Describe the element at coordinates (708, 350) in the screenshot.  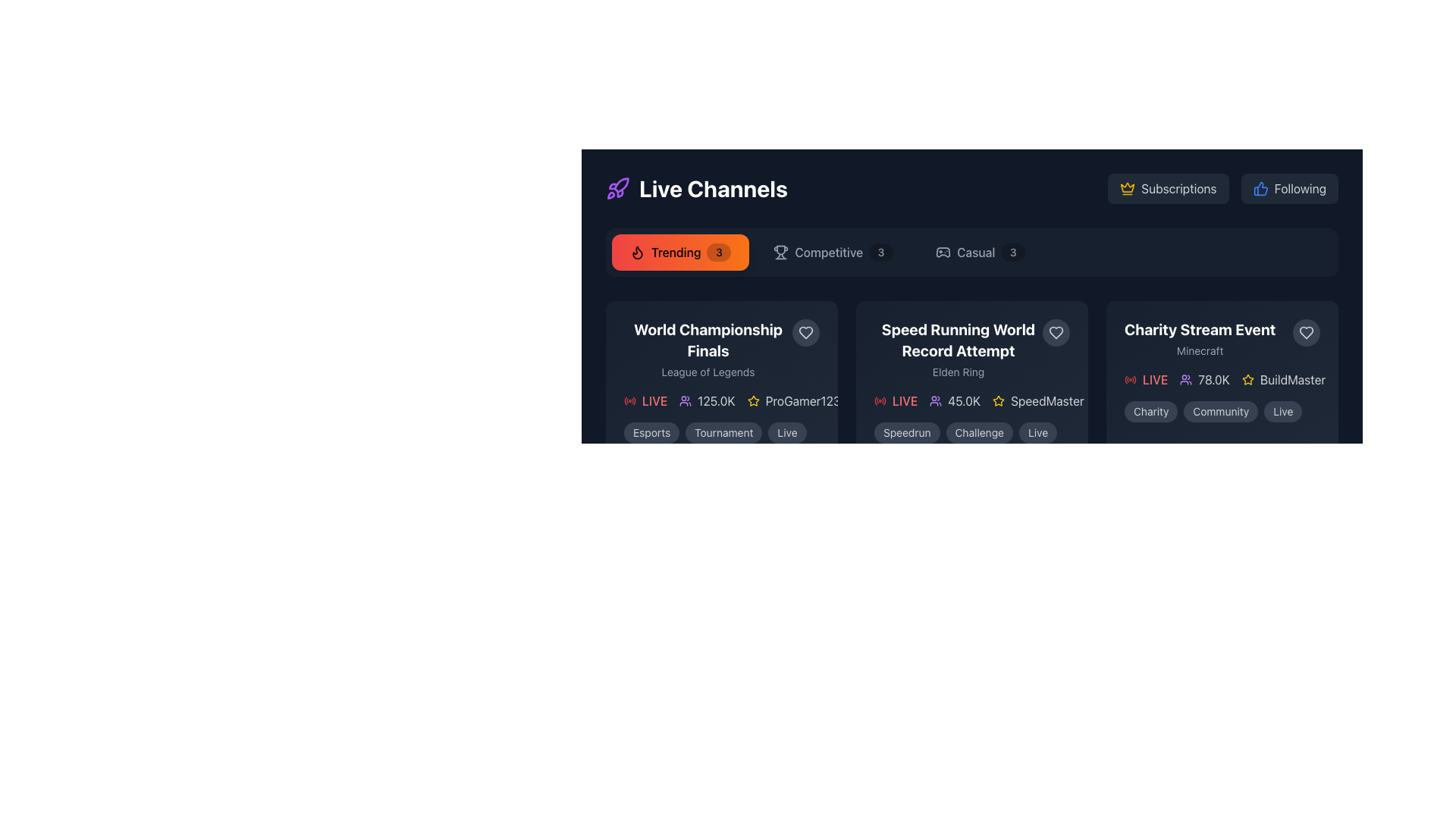
I see `the Text block that provides the title and subtitle for the live streaming event 'World Championship Finals' in the 'Live Channels' section` at that location.